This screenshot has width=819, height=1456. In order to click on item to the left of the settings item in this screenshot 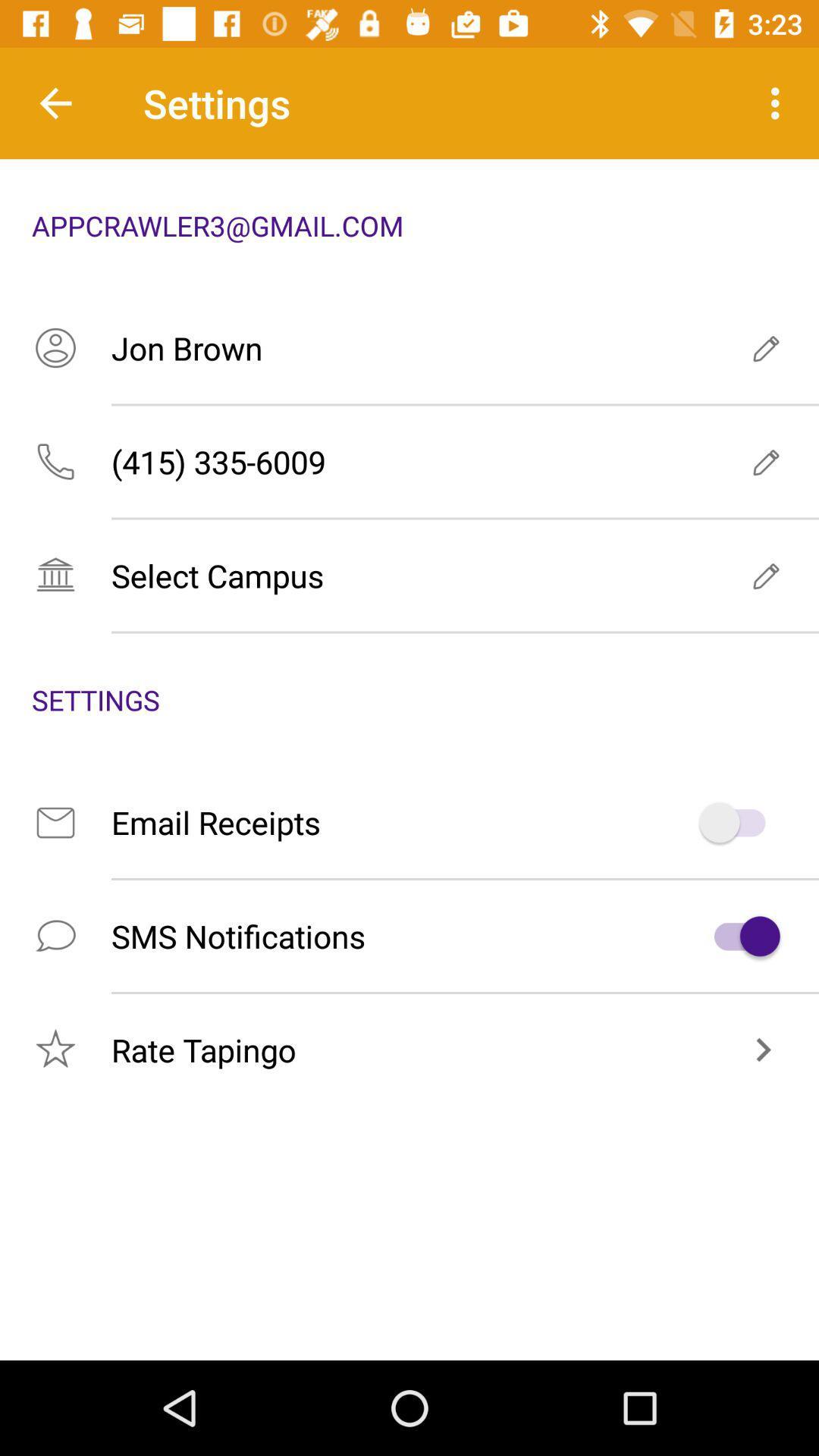, I will do `click(55, 102)`.